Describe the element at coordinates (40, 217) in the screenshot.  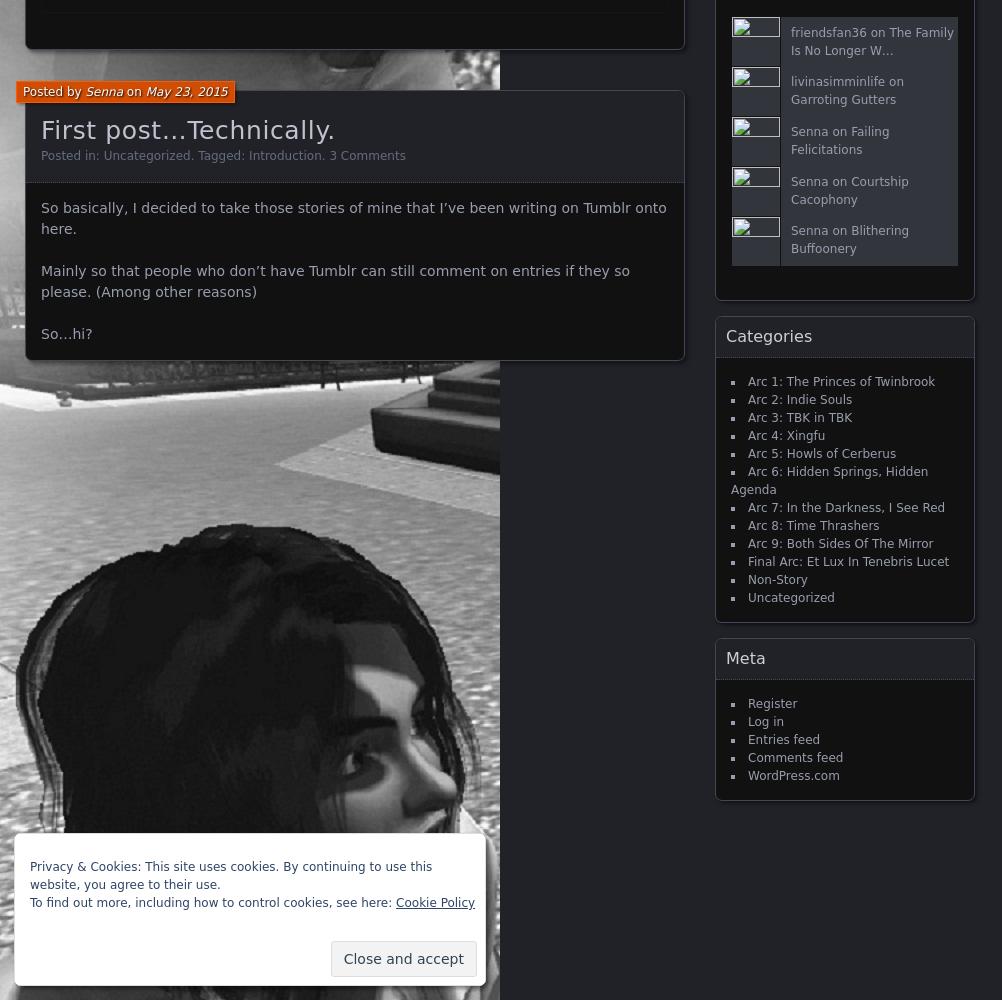
I see `'So basically, I decided to take those stories of mine that I’ve been writing on Tumblr onto here.'` at that location.